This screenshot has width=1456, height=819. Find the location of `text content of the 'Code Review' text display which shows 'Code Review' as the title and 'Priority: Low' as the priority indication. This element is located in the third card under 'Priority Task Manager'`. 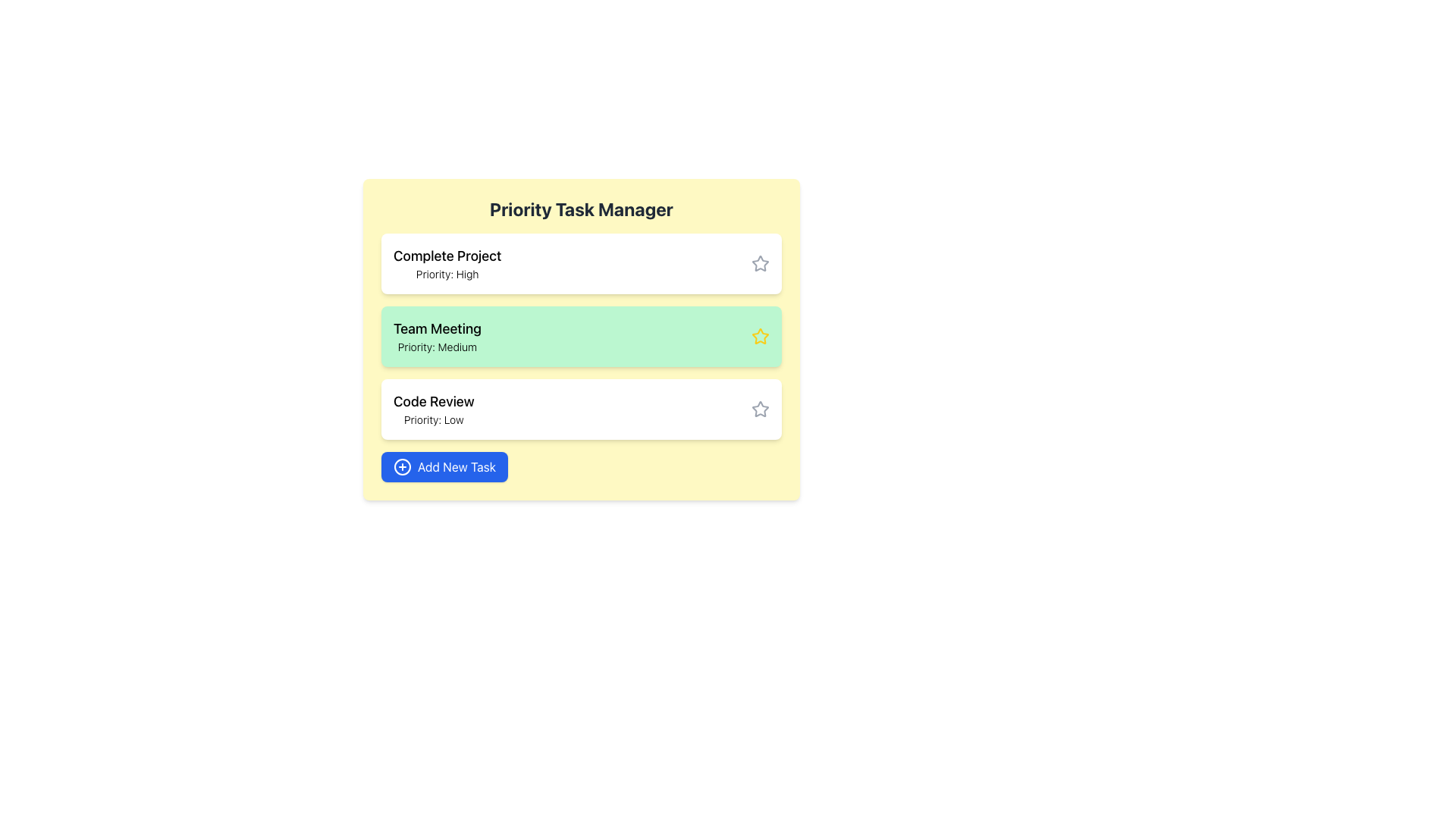

text content of the 'Code Review' text display which shows 'Code Review' as the title and 'Priority: Low' as the priority indication. This element is located in the third card under 'Priority Task Manager' is located at coordinates (433, 409).